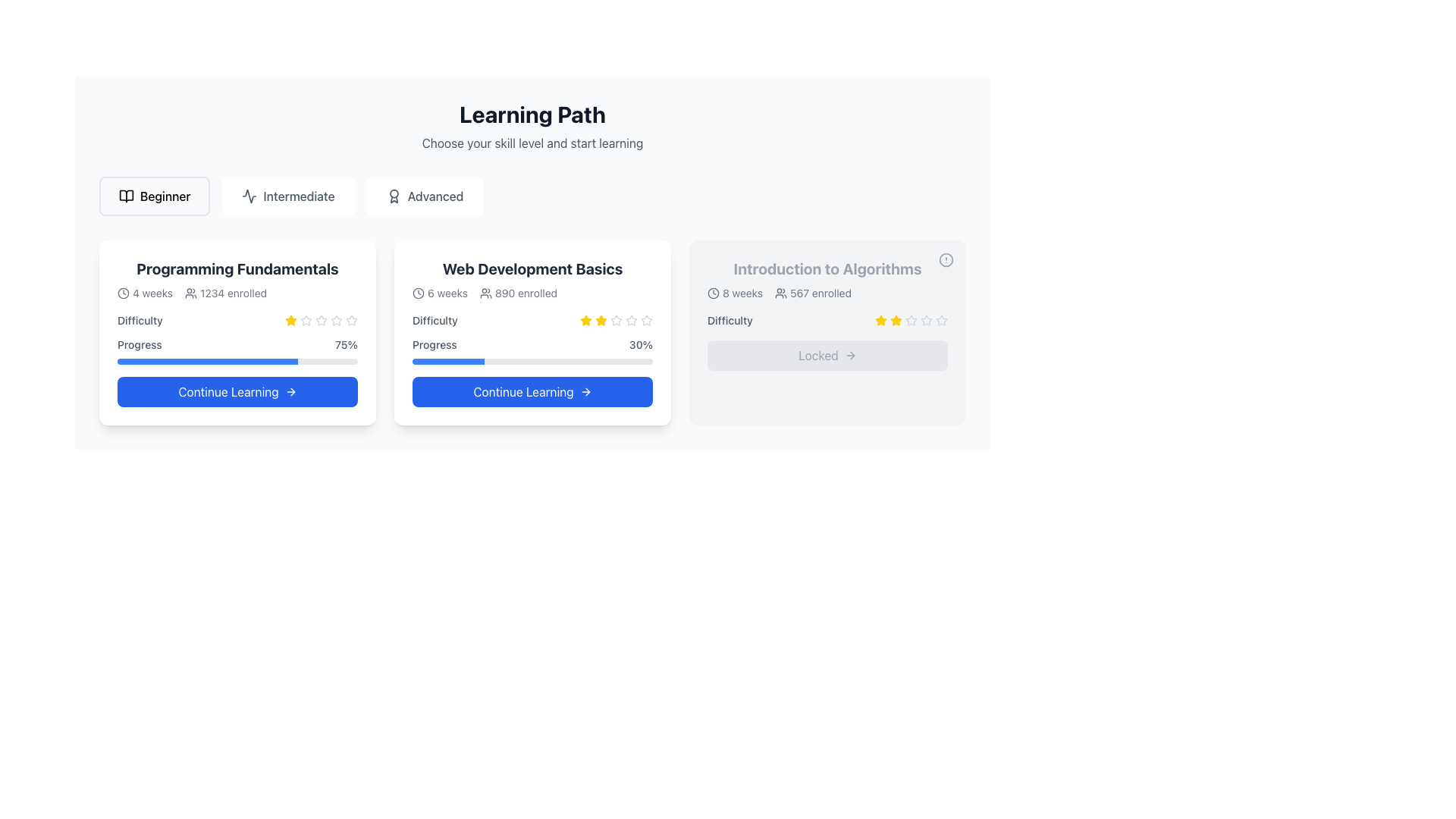 This screenshot has height=819, width=1456. I want to click on the Progress bar fill element indicating 30% progress within the 'Web Development Basics' card, located below the 'Progress' text and above the 'Continue Learning' button, so click(447, 362).